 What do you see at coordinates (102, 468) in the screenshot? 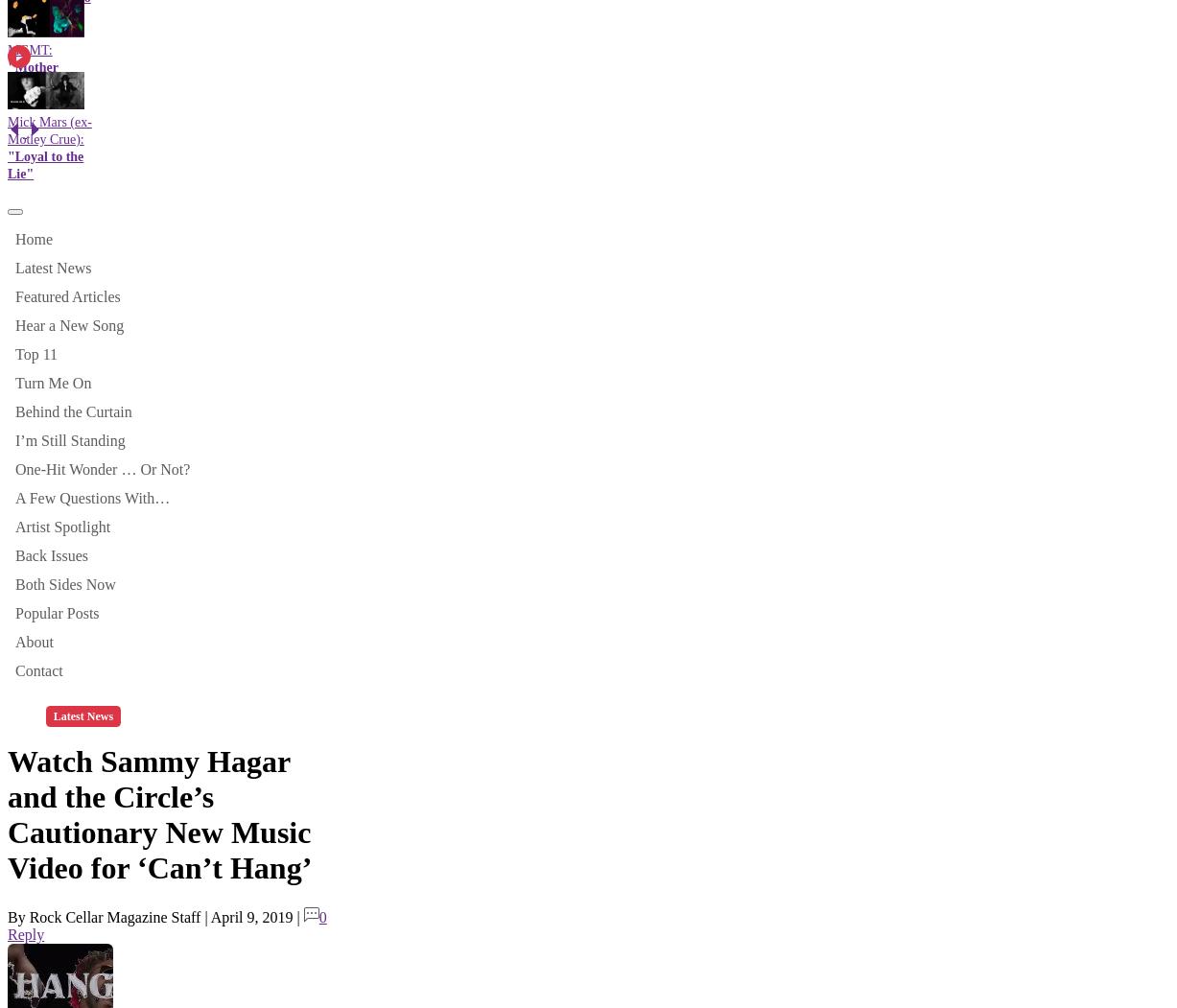
I see `'One-Hit Wonder … Or Not?'` at bounding box center [102, 468].